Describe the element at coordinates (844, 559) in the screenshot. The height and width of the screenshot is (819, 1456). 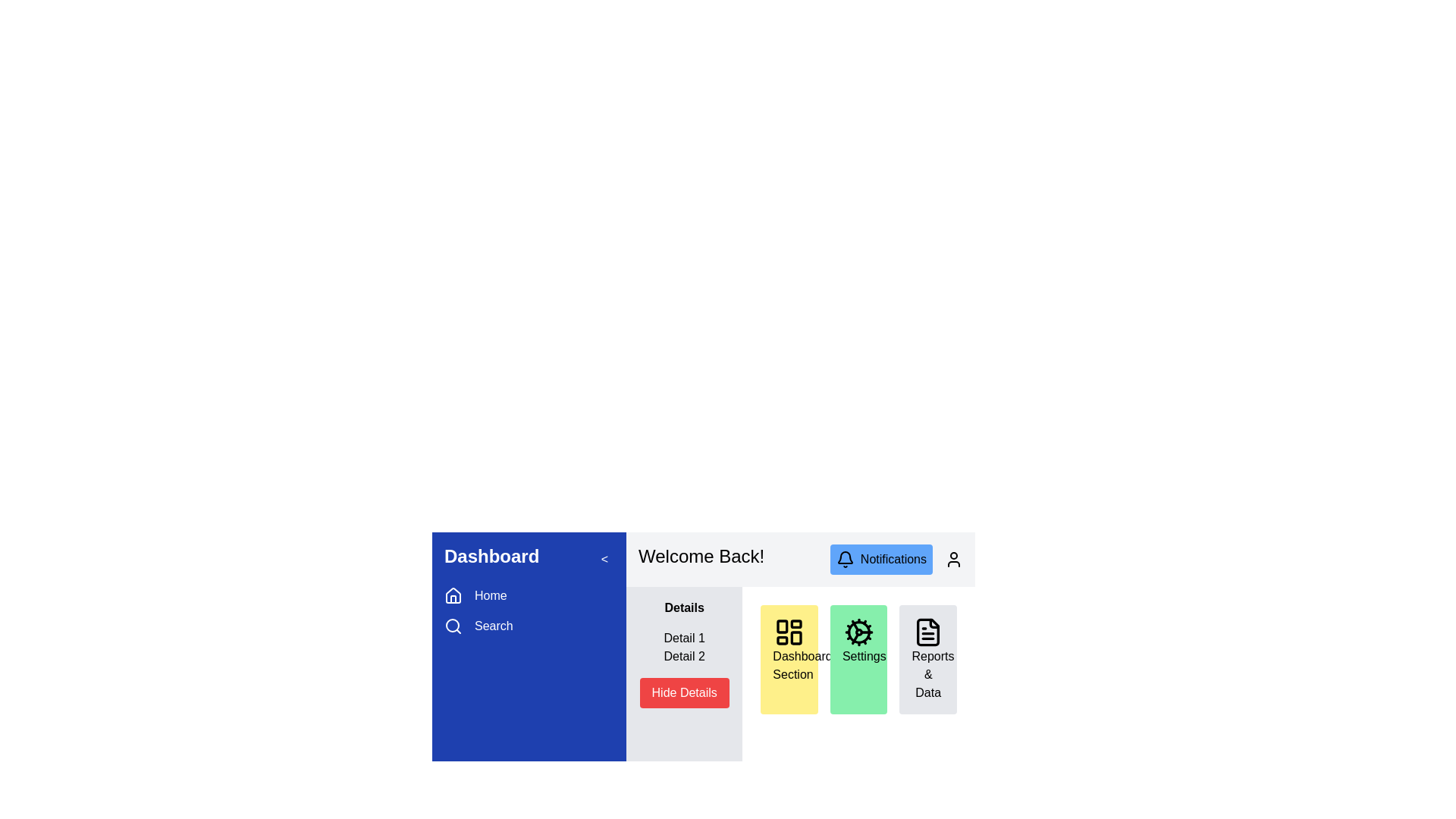
I see `the notifications icon, which is represented as a bell located to the left of the 'Notifications' label in the top-right section of the interface` at that location.